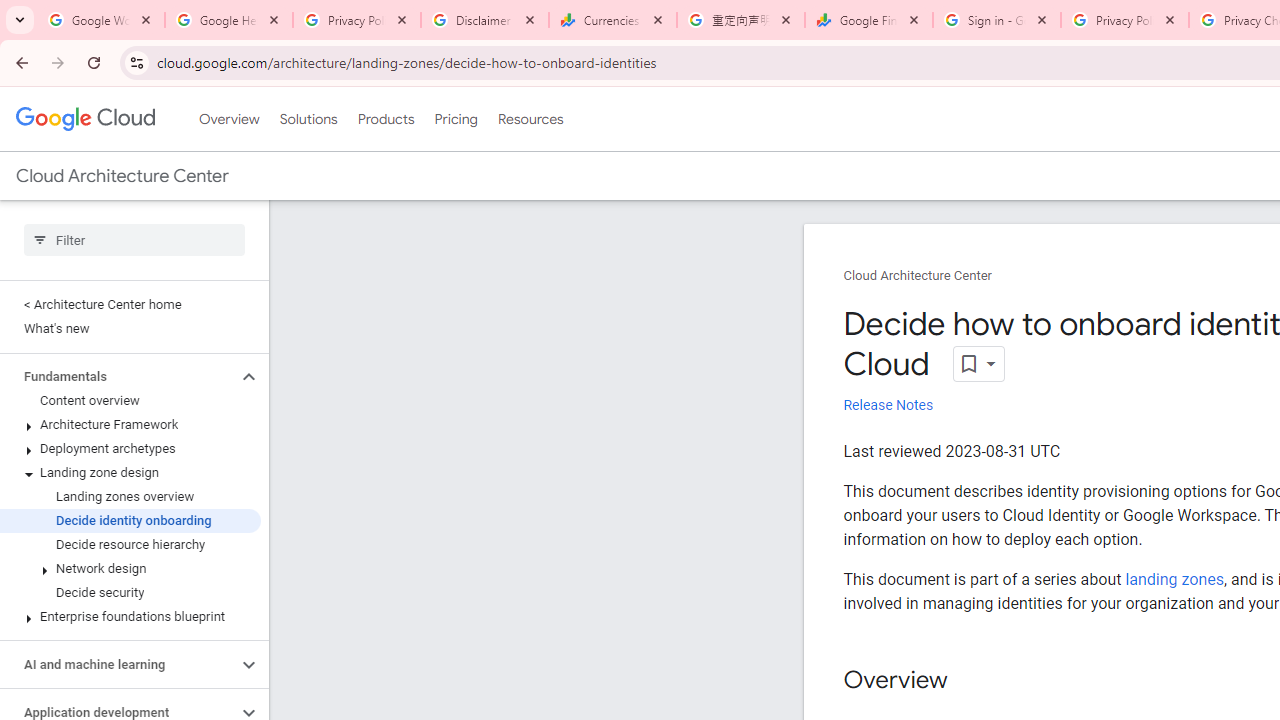  I want to click on 'Resources', so click(530, 119).